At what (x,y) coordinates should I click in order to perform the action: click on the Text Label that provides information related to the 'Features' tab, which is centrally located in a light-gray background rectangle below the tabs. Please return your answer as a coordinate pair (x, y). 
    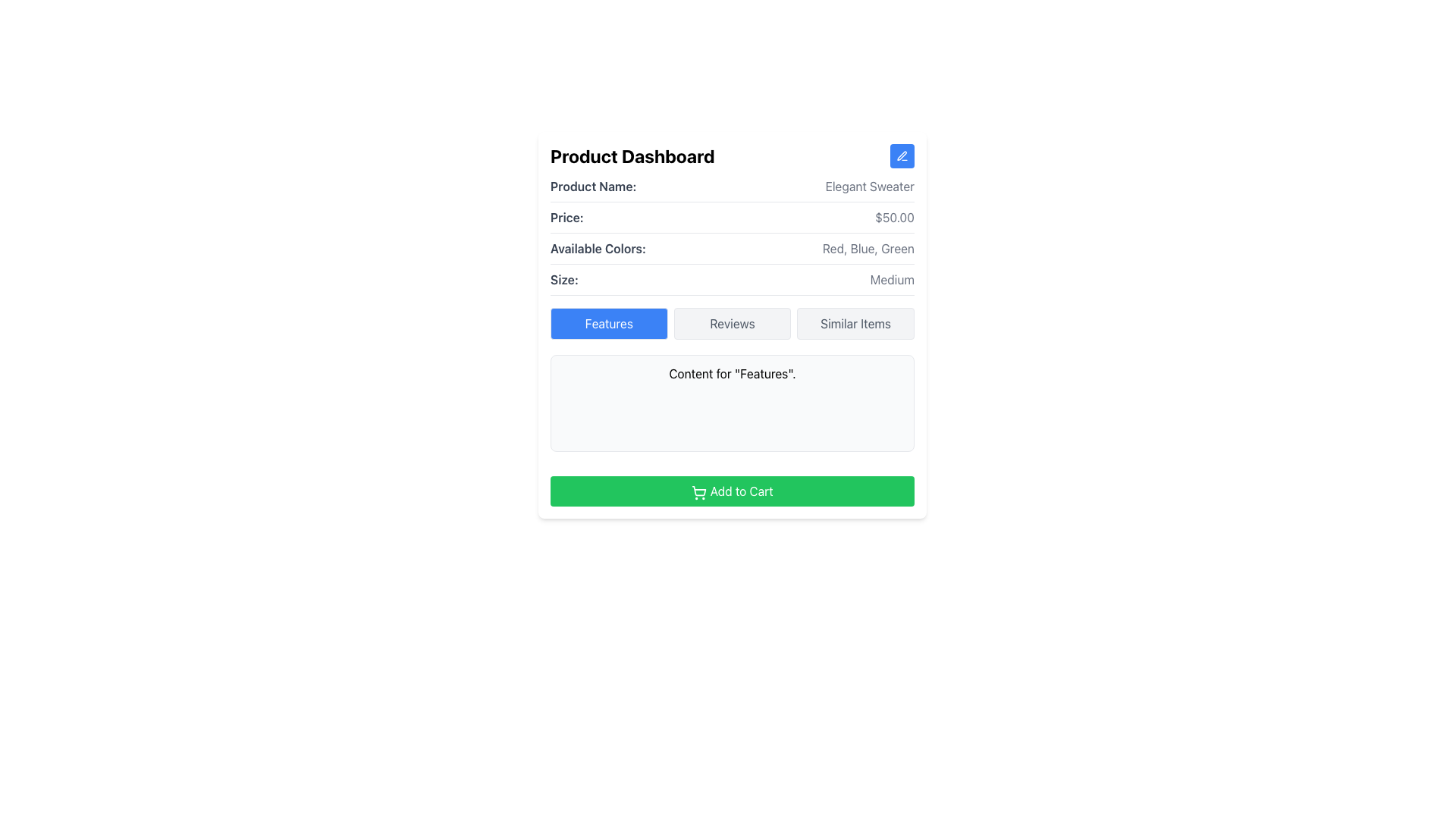
    Looking at the image, I should click on (732, 374).